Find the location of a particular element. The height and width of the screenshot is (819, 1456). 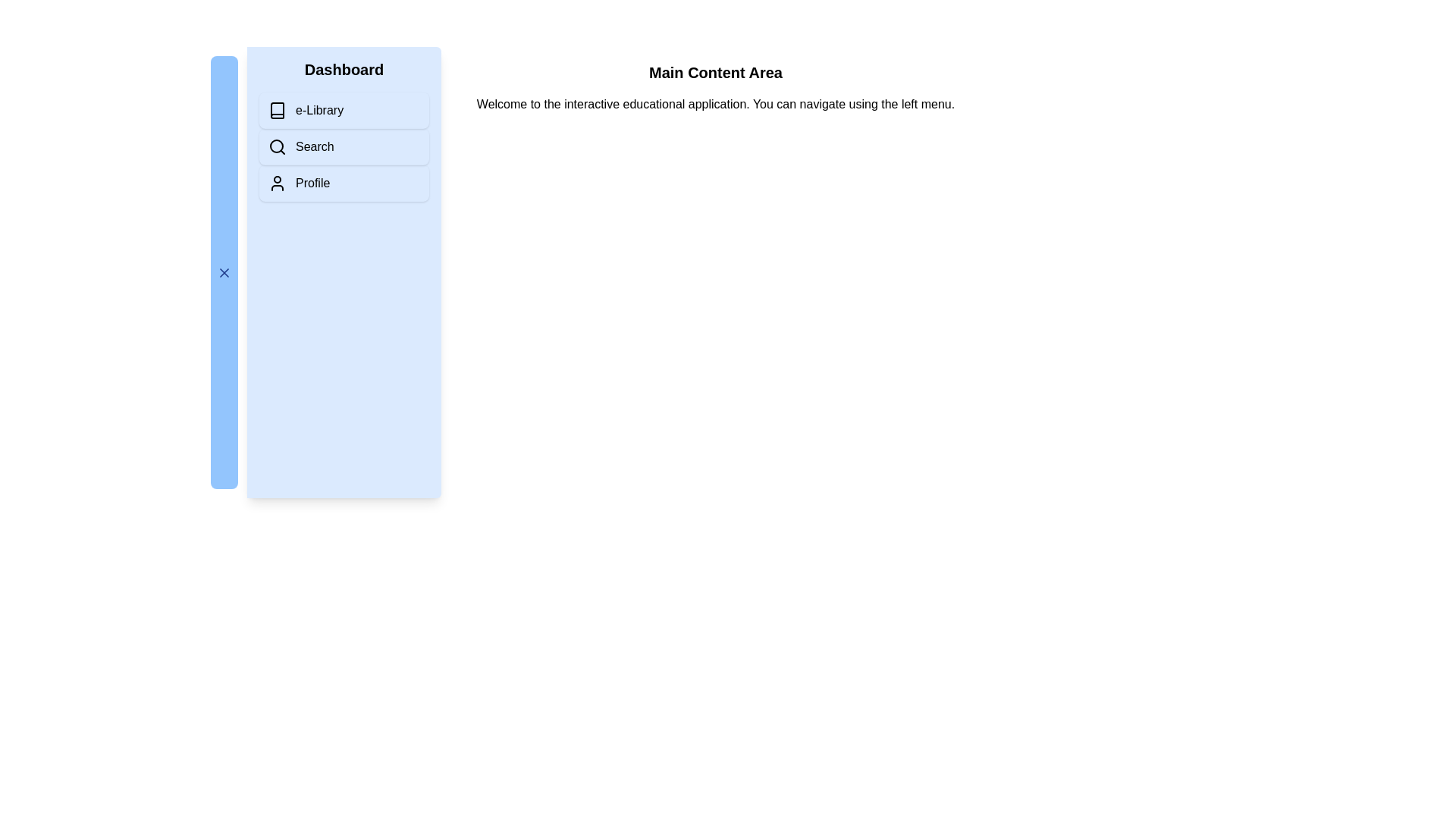

the 'Search' button with a magnifying glass icon is located at coordinates (344, 146).